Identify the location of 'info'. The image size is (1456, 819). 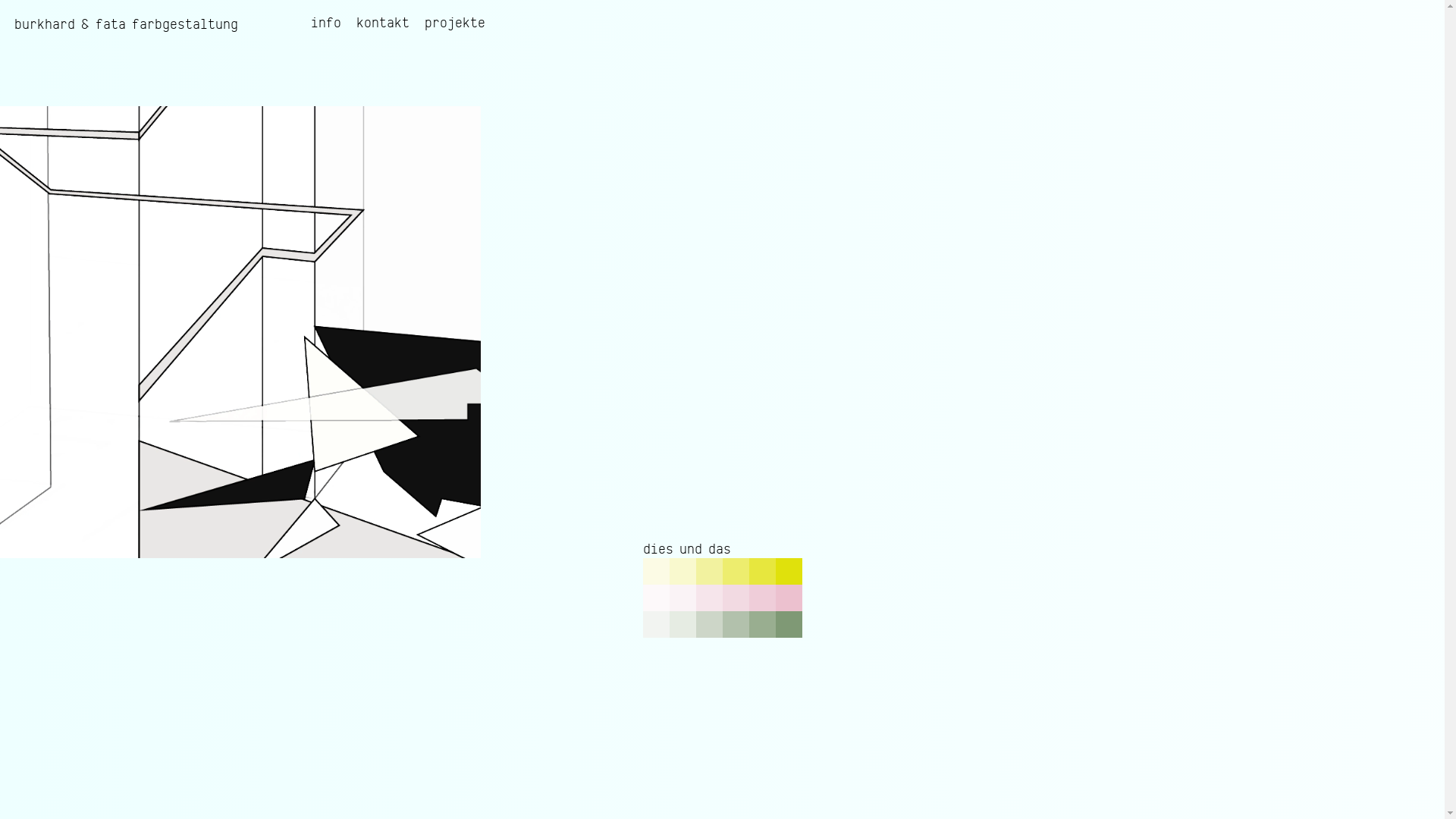
(325, 23).